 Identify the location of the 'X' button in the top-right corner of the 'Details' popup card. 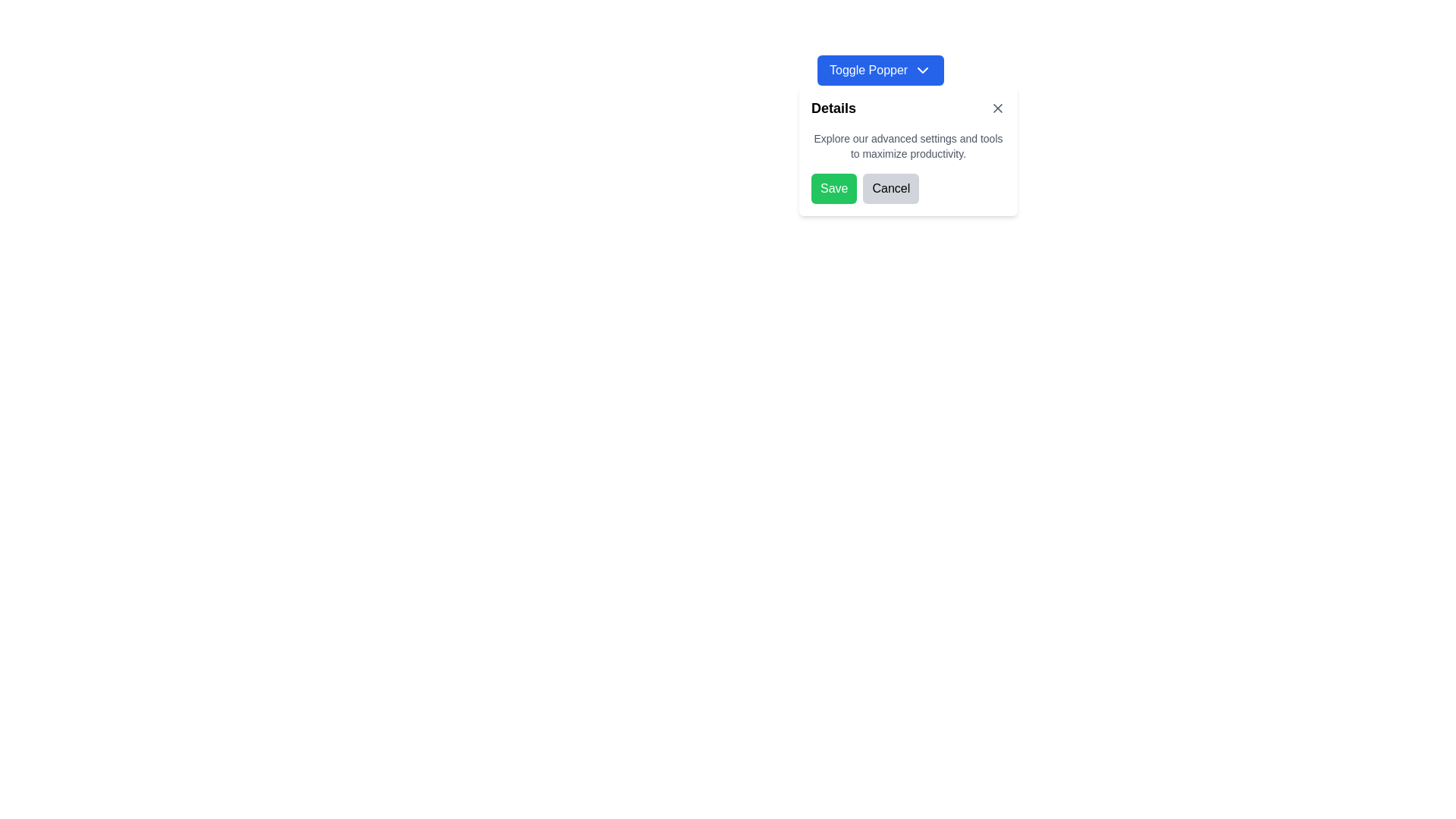
(997, 107).